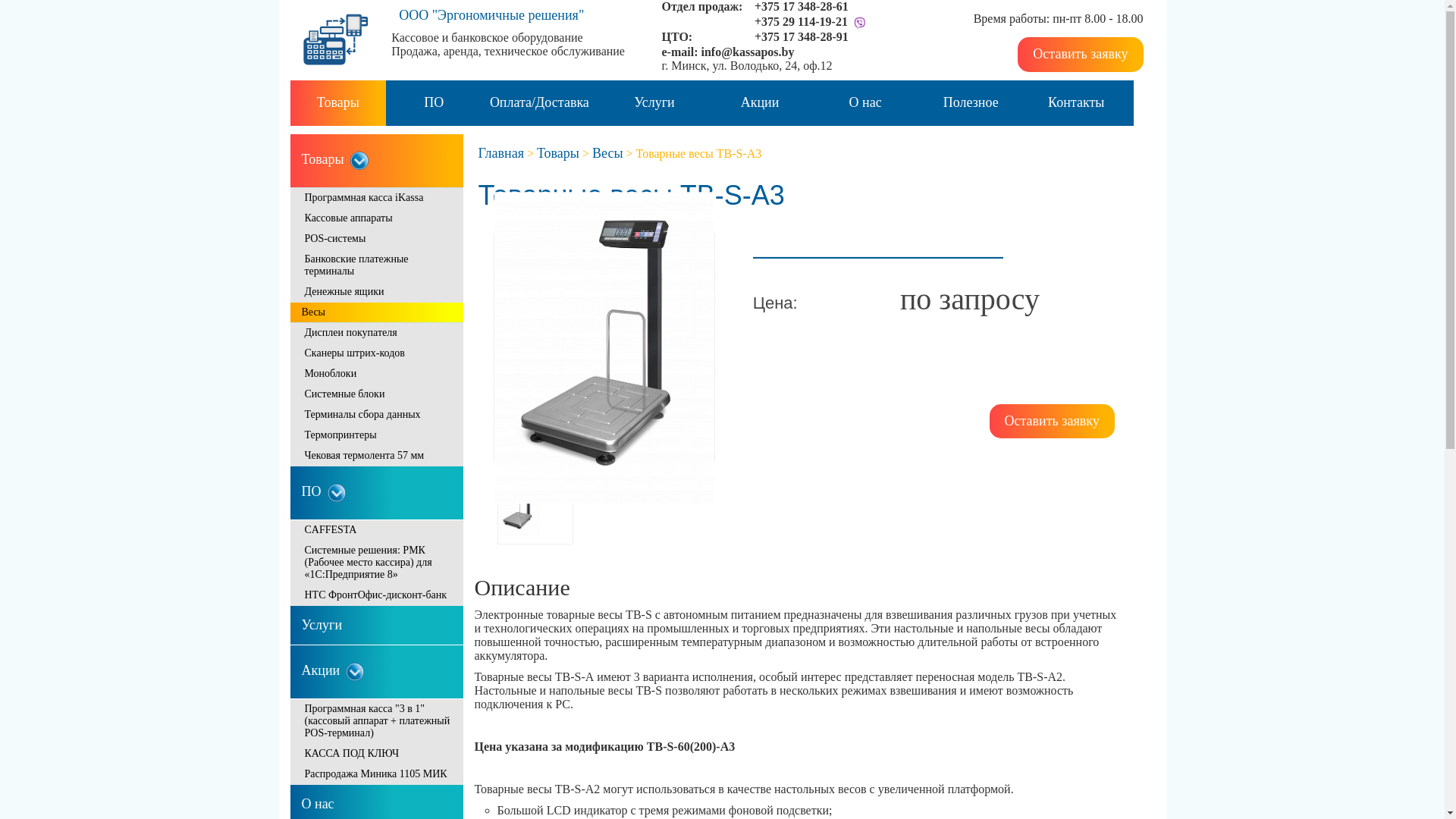 This screenshot has width=1456, height=819. Describe the element at coordinates (800, 36) in the screenshot. I see `'+375 17 348-28-91'` at that location.